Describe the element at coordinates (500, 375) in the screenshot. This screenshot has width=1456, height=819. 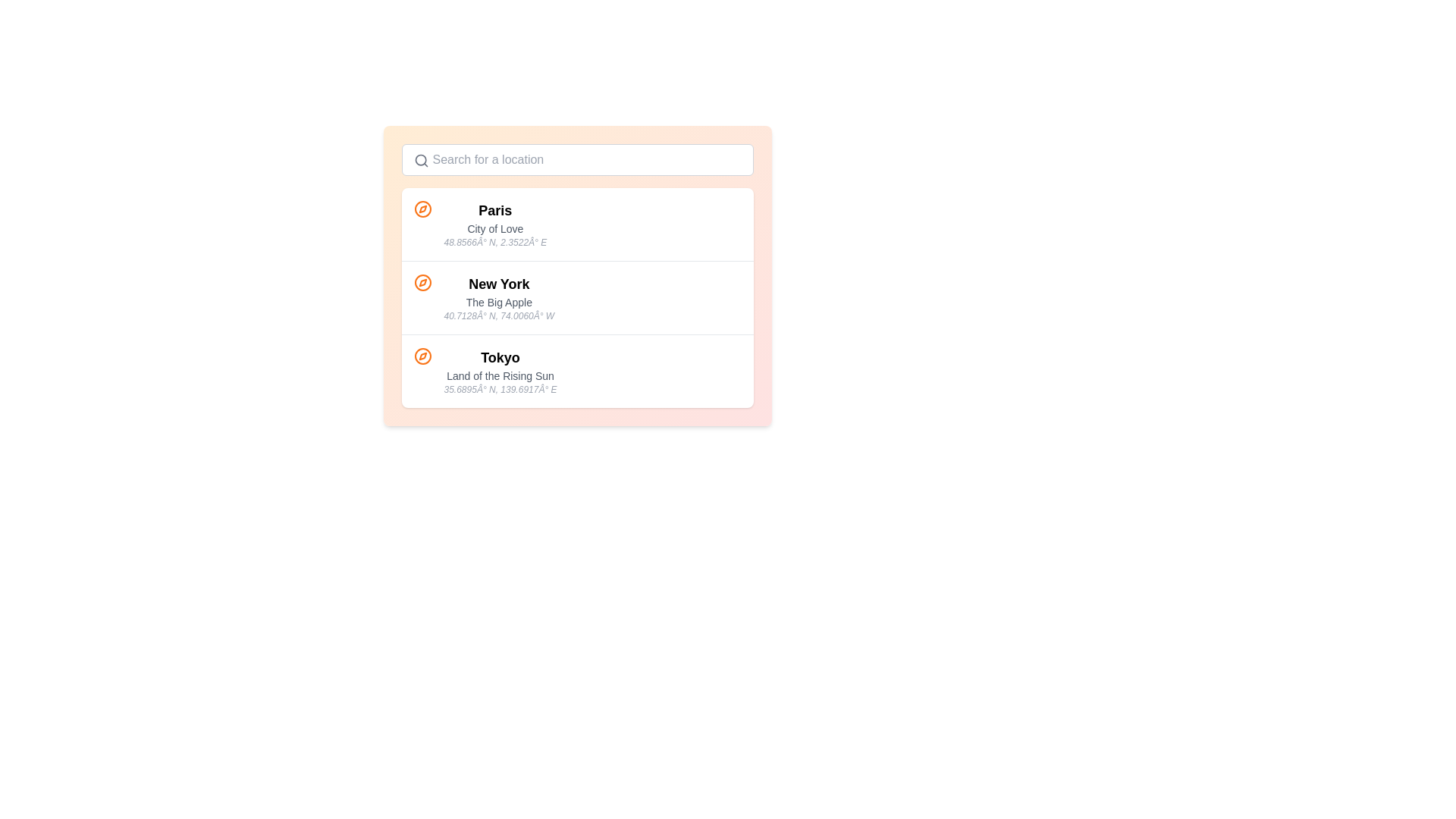
I see `the text label displaying 'Land of the Rising Sun', which is positioned below 'Tokyo' and above '35.6895° N, 139.6917° E' in the vertical list view` at that location.